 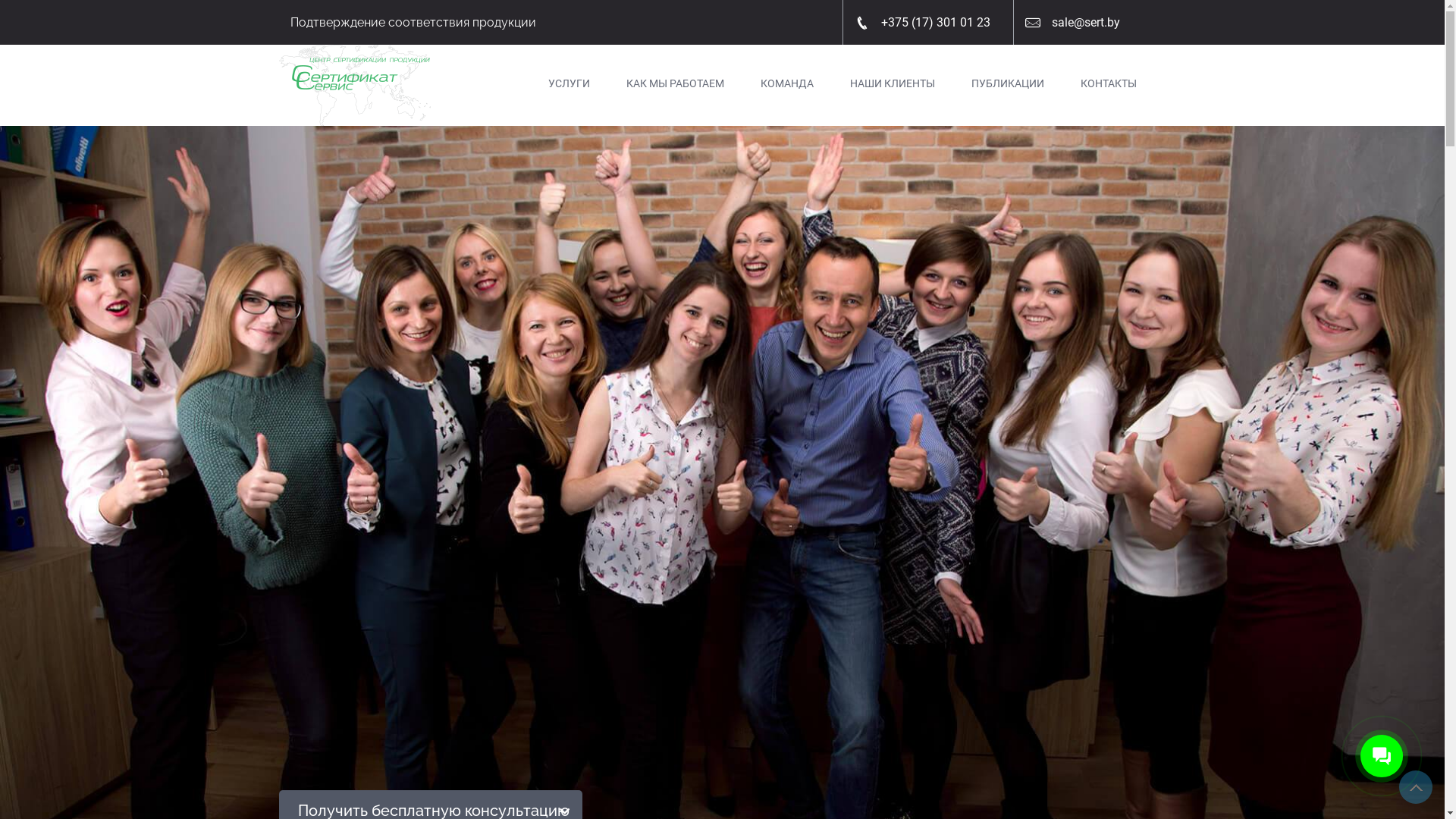 I want to click on 'sale@sert.by', so click(x=1084, y=22).